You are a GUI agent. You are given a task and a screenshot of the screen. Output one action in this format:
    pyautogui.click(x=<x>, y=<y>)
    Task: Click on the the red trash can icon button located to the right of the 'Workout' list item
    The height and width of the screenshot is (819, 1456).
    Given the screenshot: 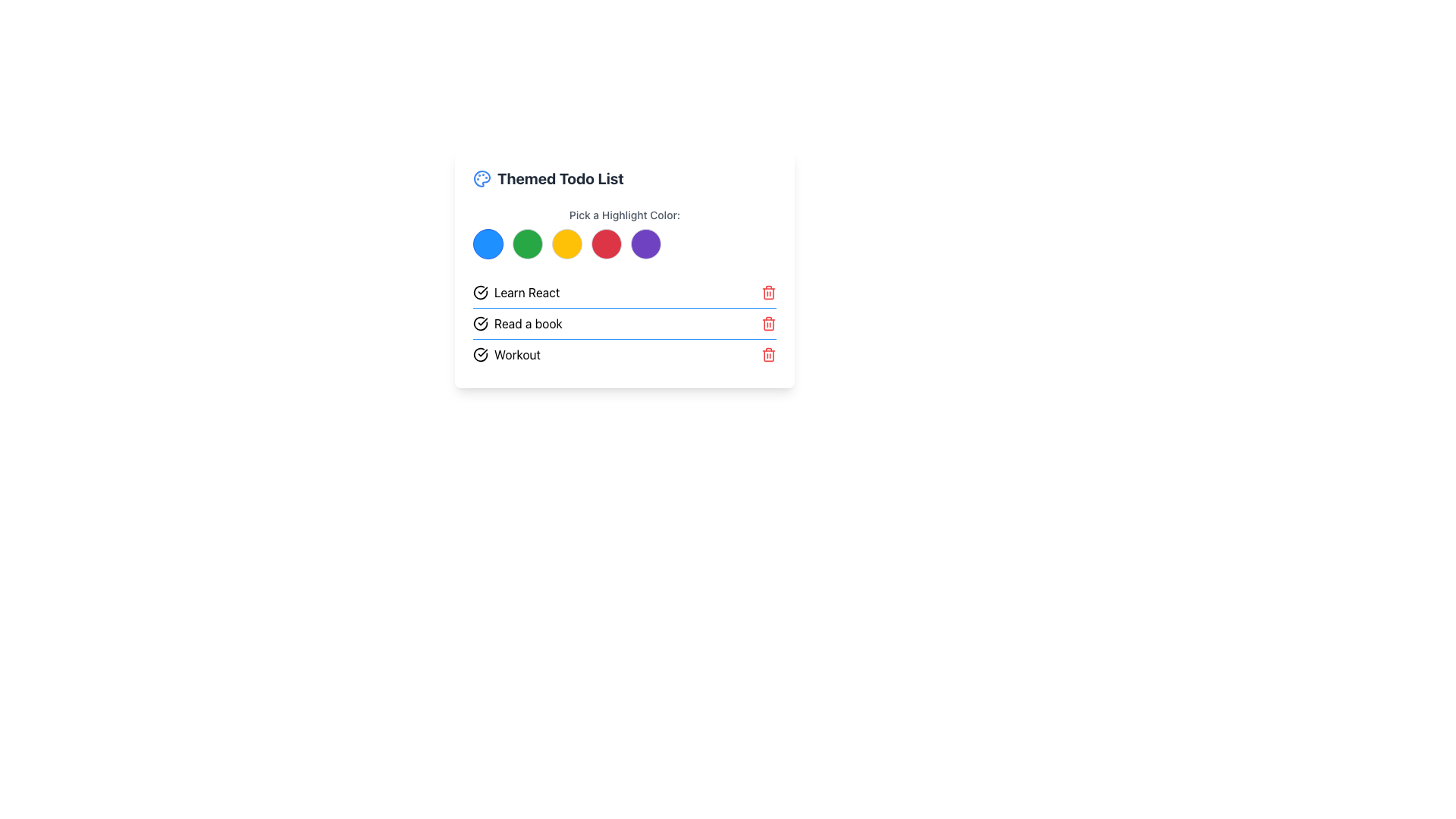 What is the action you would take?
    pyautogui.click(x=768, y=354)
    